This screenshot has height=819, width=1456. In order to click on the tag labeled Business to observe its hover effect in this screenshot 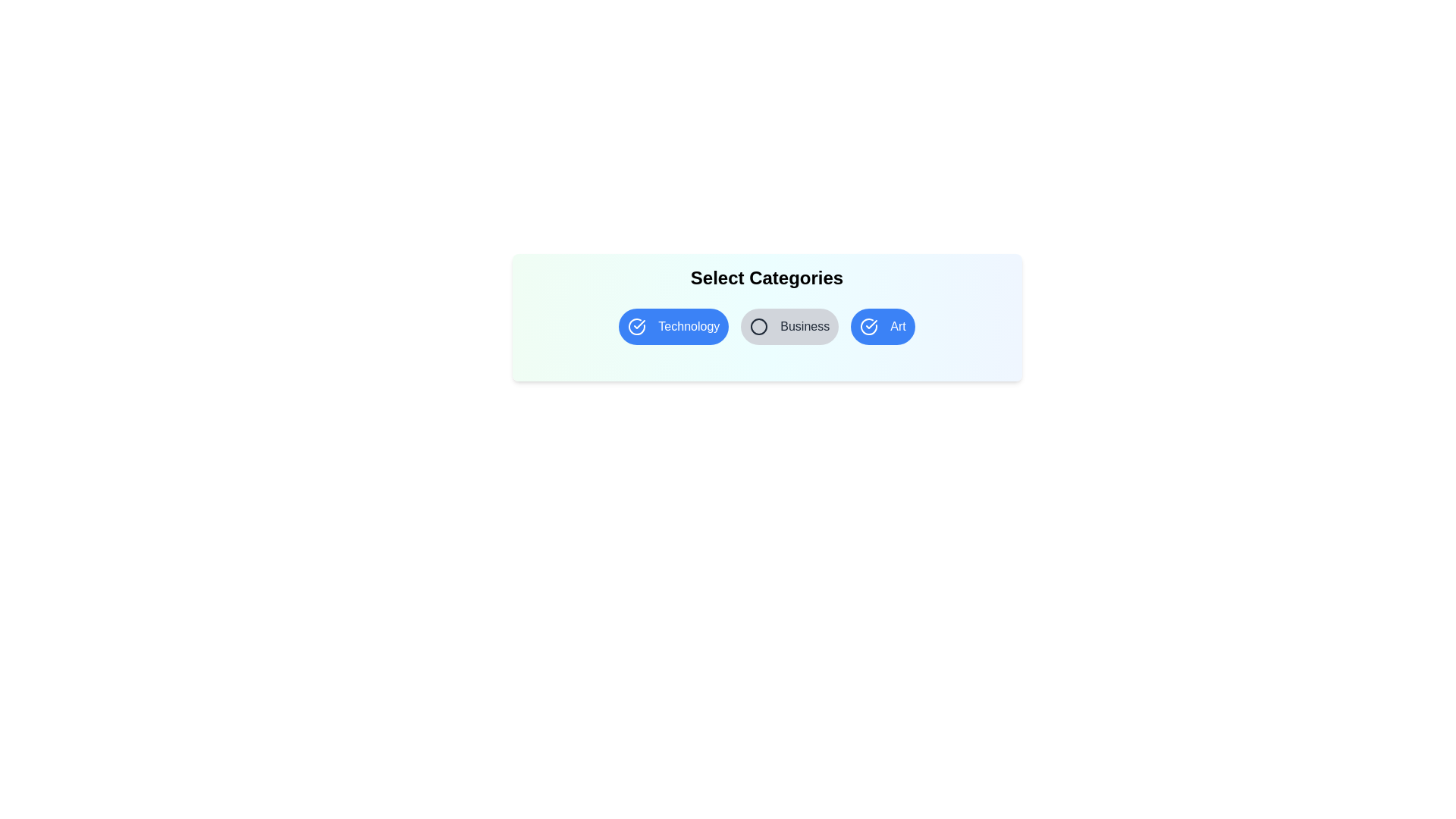, I will do `click(789, 326)`.